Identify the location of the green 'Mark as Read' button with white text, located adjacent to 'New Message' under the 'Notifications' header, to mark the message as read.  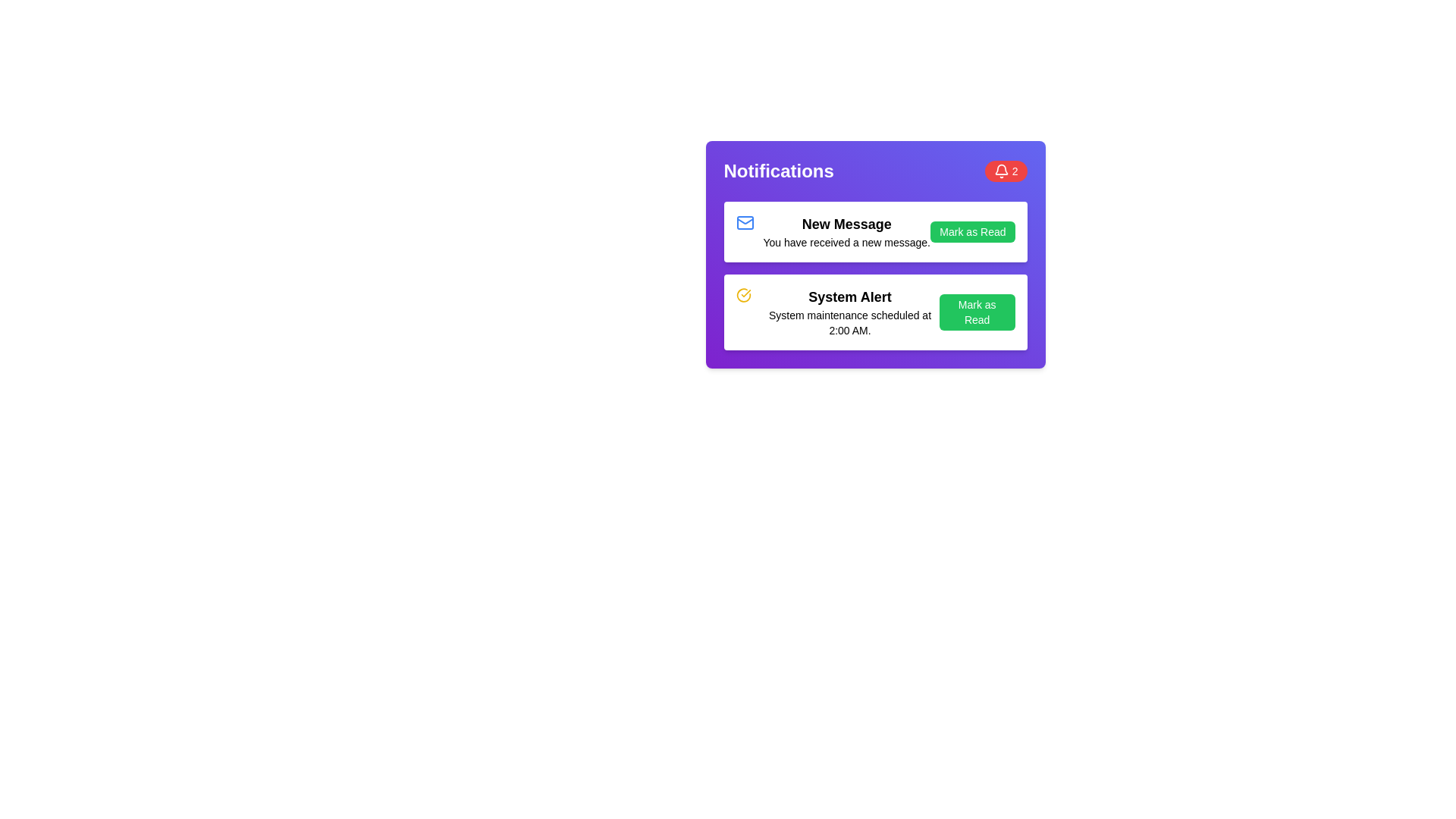
(972, 231).